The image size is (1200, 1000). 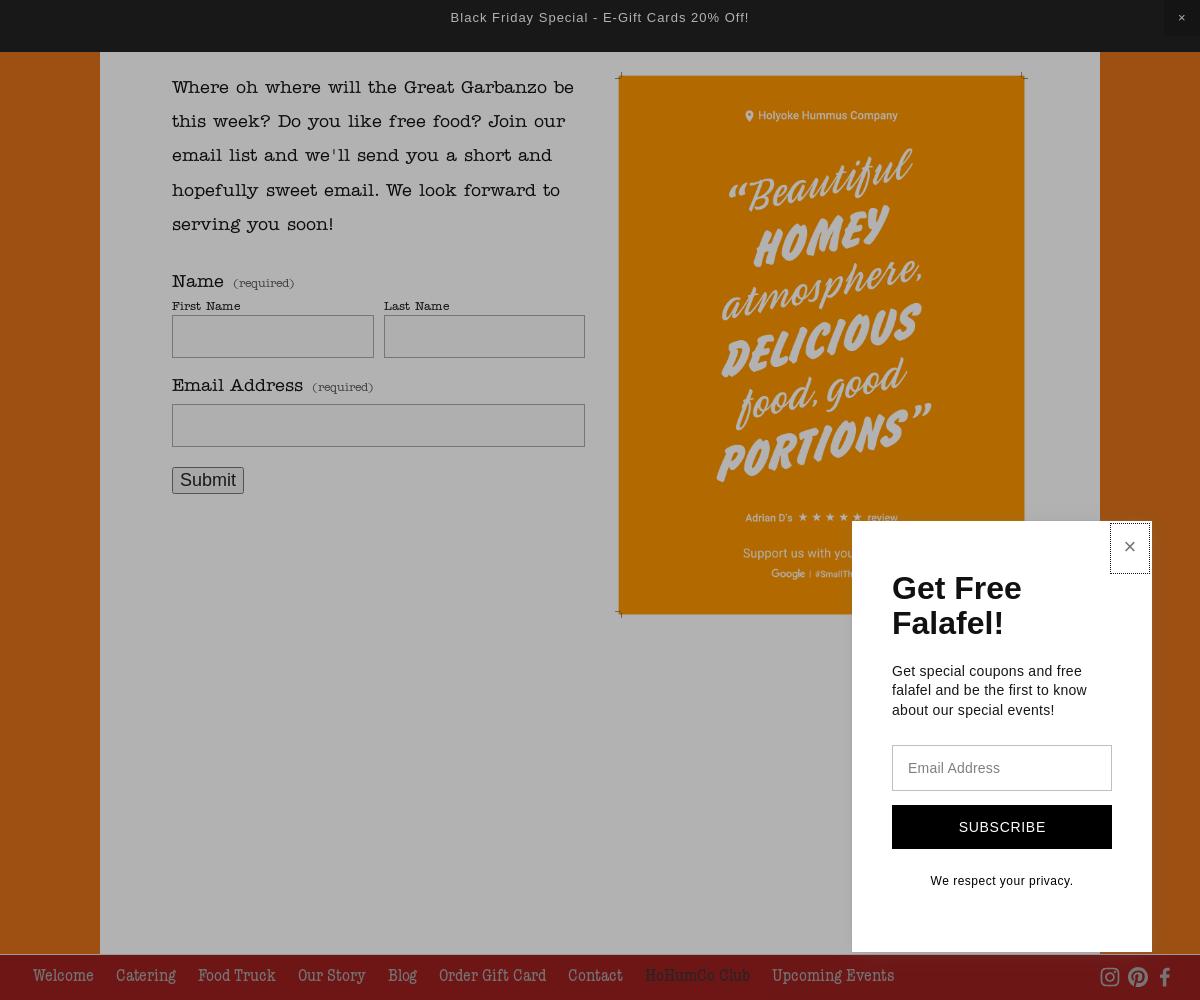 I want to click on 'Where oh where will the Great Garbanzo be this week? Do you like free food? Join our email list and we'll send you a short and hopefully sweet email. We look forward to serving you soon!', so click(x=376, y=156).